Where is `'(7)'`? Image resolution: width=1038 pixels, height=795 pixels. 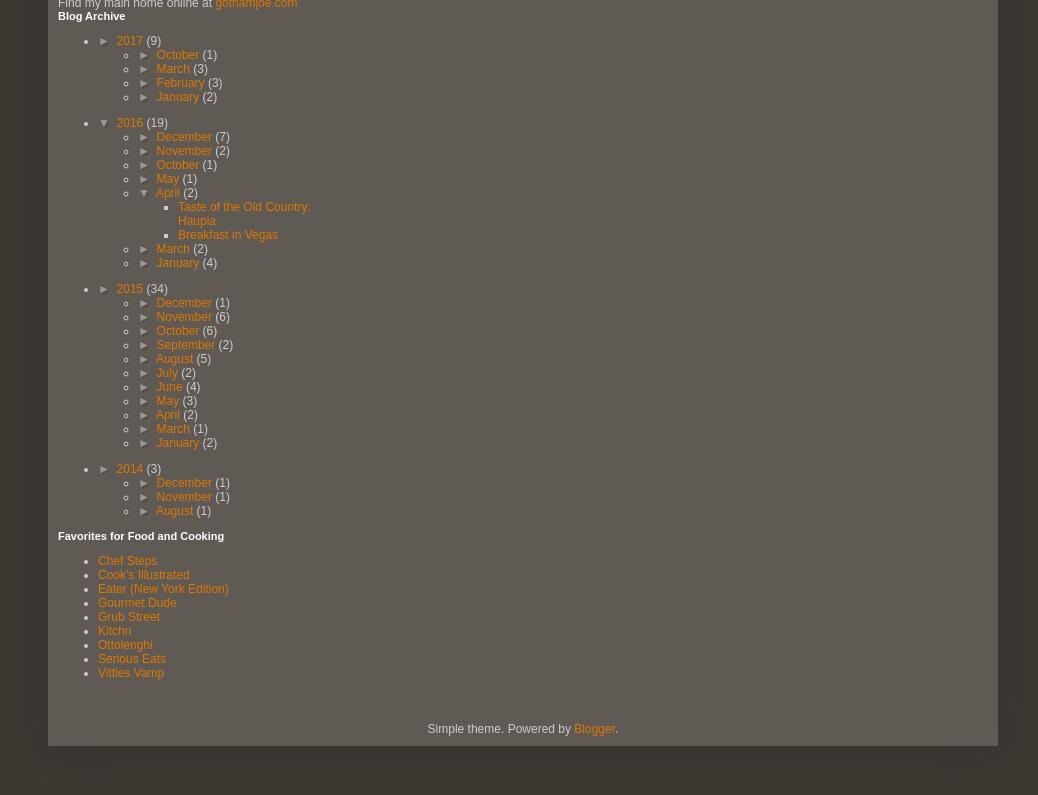 '(7)' is located at coordinates (213, 136).